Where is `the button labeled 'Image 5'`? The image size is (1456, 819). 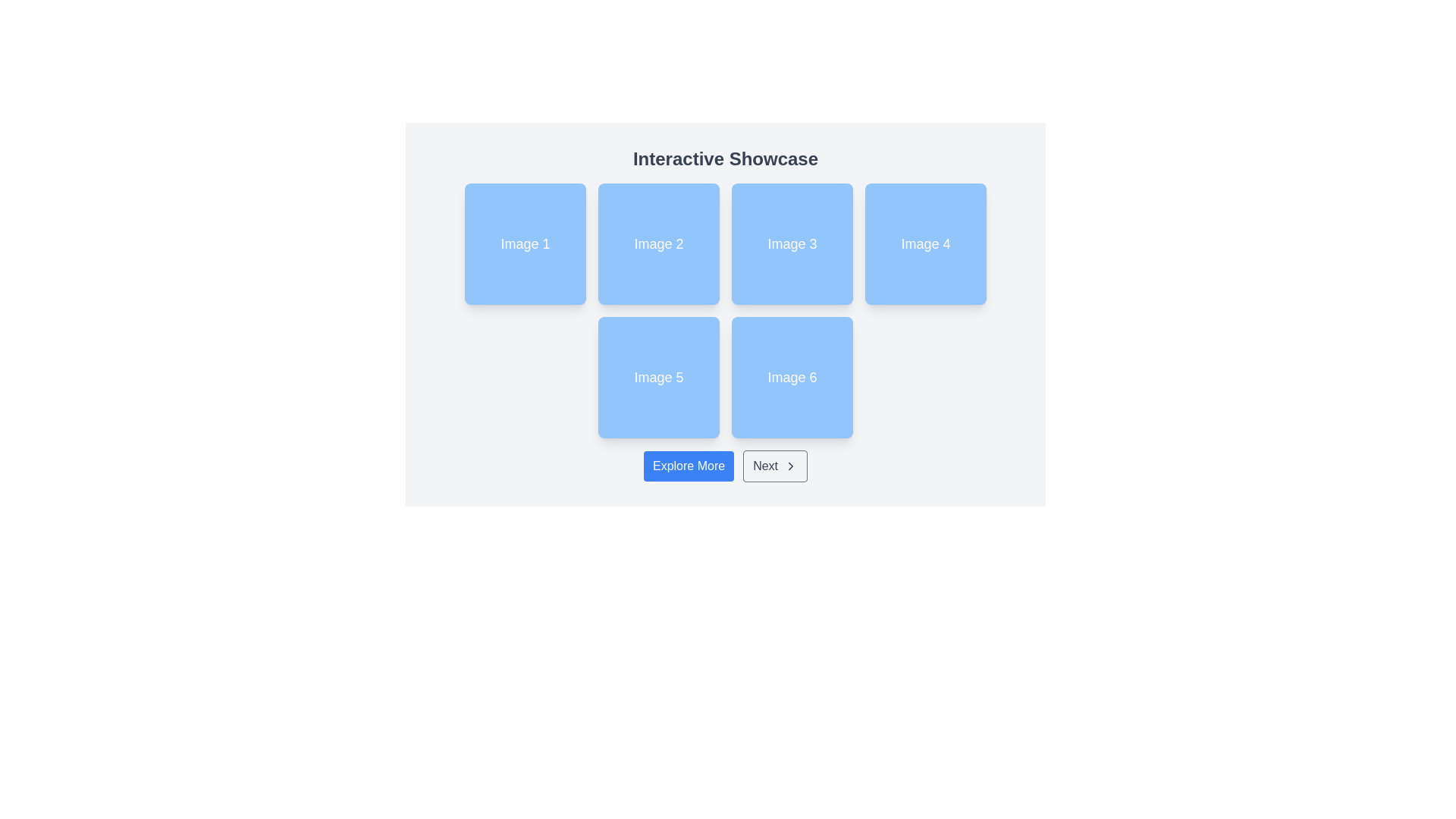
the button labeled 'Image 5' is located at coordinates (658, 376).